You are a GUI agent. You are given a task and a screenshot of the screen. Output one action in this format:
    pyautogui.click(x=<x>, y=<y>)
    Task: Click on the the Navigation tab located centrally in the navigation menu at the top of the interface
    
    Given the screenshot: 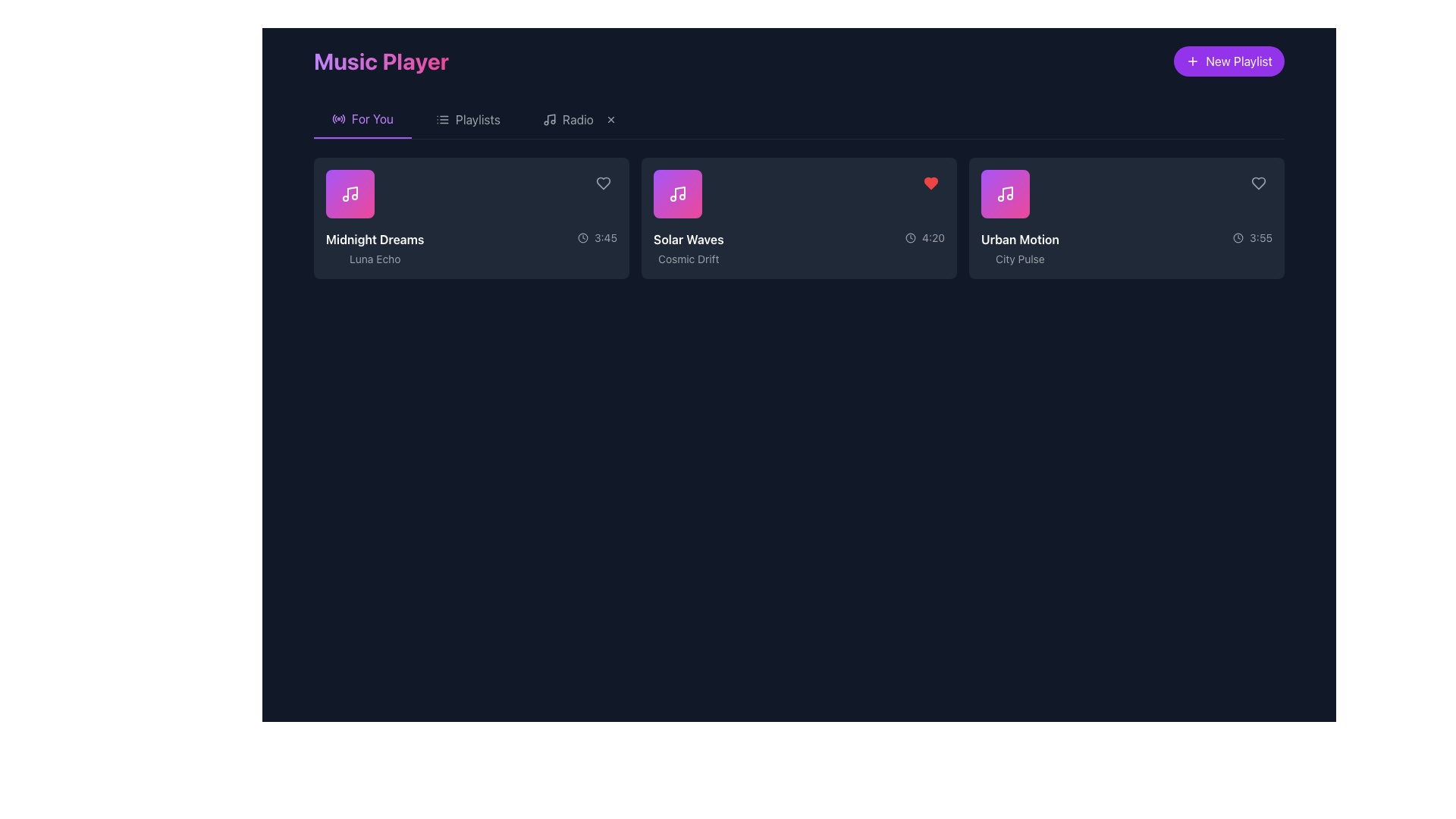 What is the action you would take?
    pyautogui.click(x=467, y=119)
    